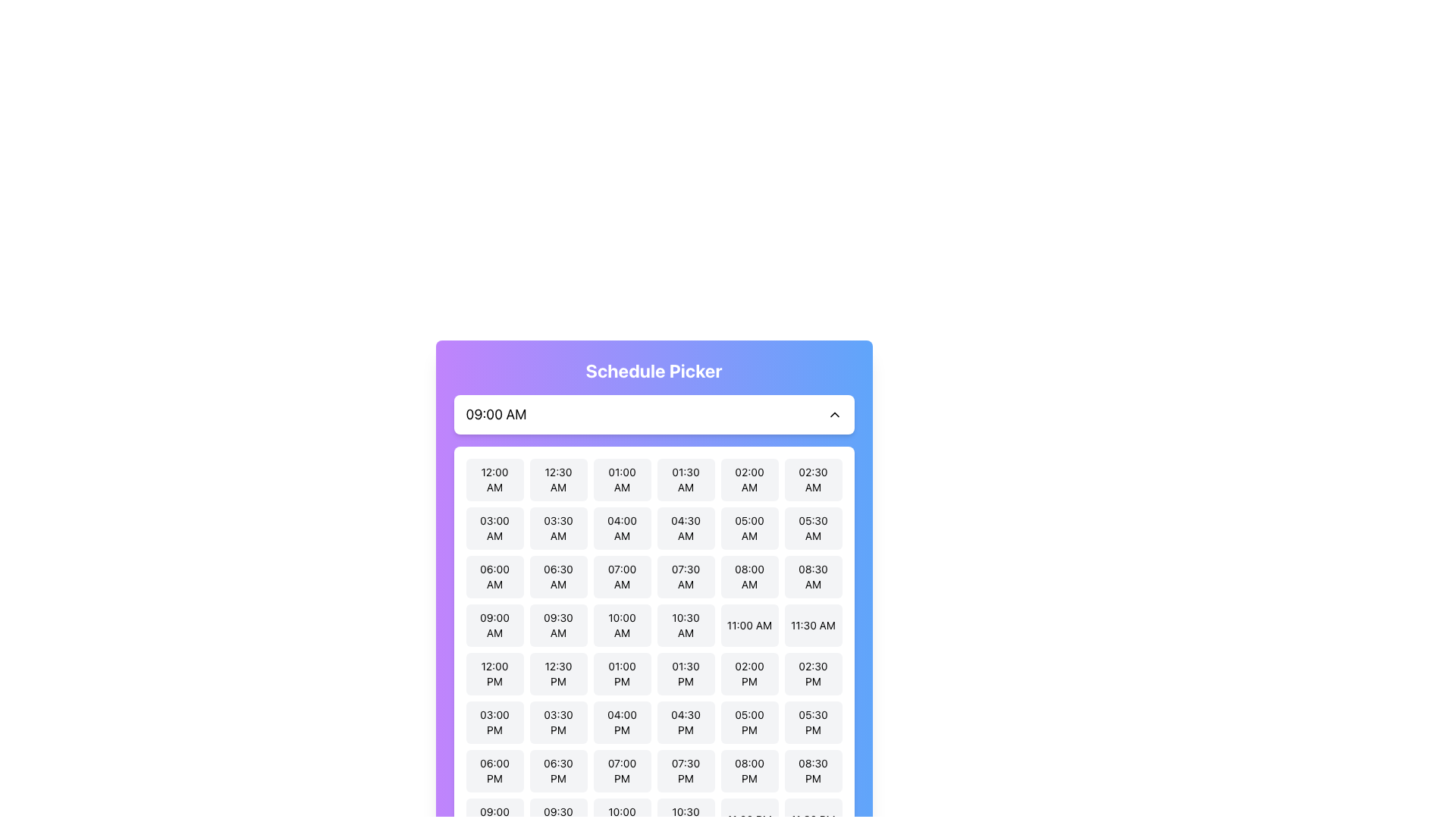  Describe the element at coordinates (557, 576) in the screenshot. I see `the button labeled '06:30 AM' to change its background color from light gray to purple` at that location.